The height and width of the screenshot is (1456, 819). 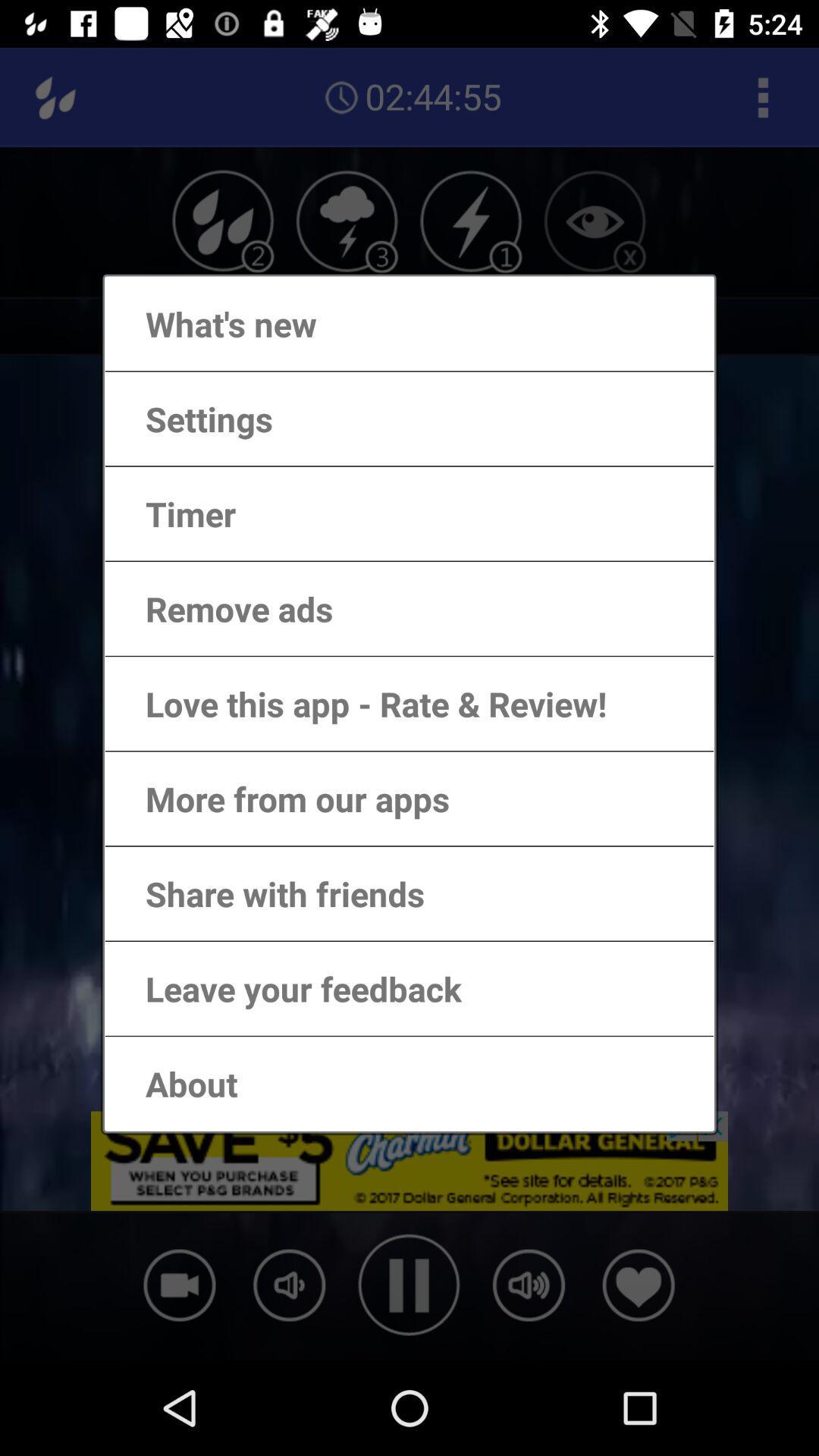 I want to click on item below the timer app, so click(x=224, y=608).